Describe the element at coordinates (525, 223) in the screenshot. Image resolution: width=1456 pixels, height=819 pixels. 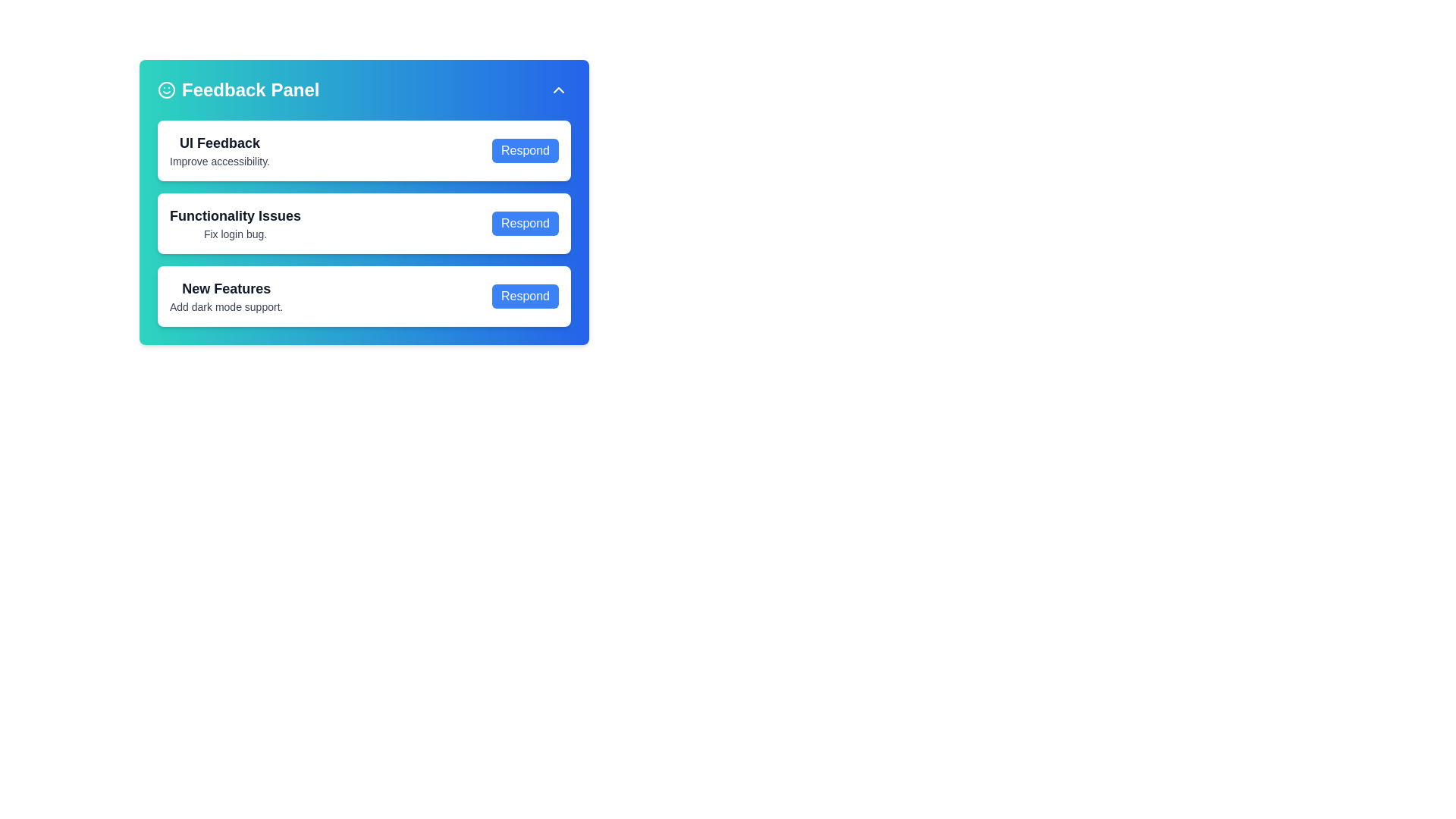
I see `the button located at the rightmost position in the second row of the feedback section, which allows users to respond to the feedback titled 'Functionality Issues'` at that location.